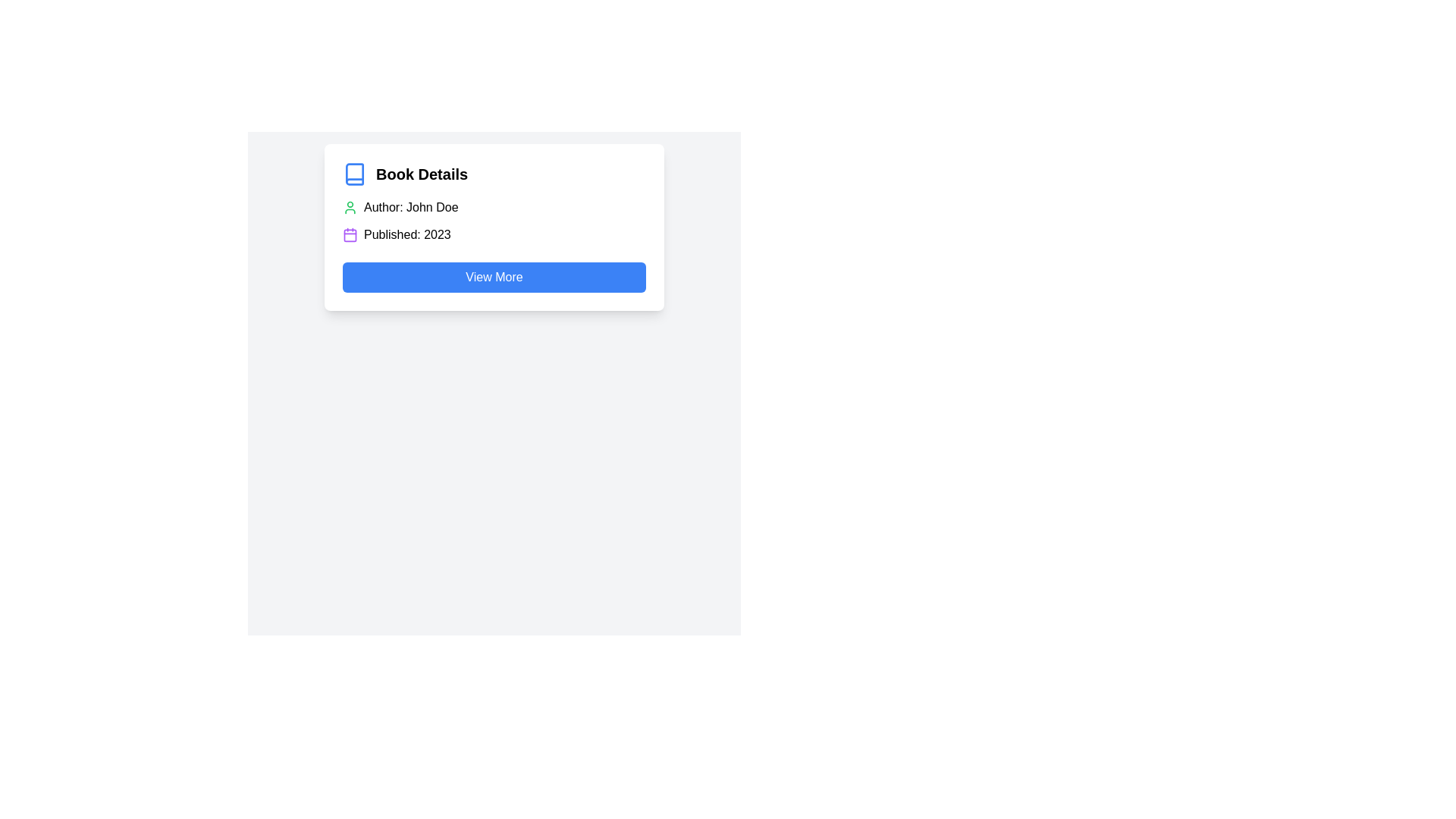 The image size is (1456, 819). What do you see at coordinates (353, 174) in the screenshot?
I see `the SVG icon representing the 'Book' concept, located in the top left portion of the card for the 'Book Details' section` at bounding box center [353, 174].